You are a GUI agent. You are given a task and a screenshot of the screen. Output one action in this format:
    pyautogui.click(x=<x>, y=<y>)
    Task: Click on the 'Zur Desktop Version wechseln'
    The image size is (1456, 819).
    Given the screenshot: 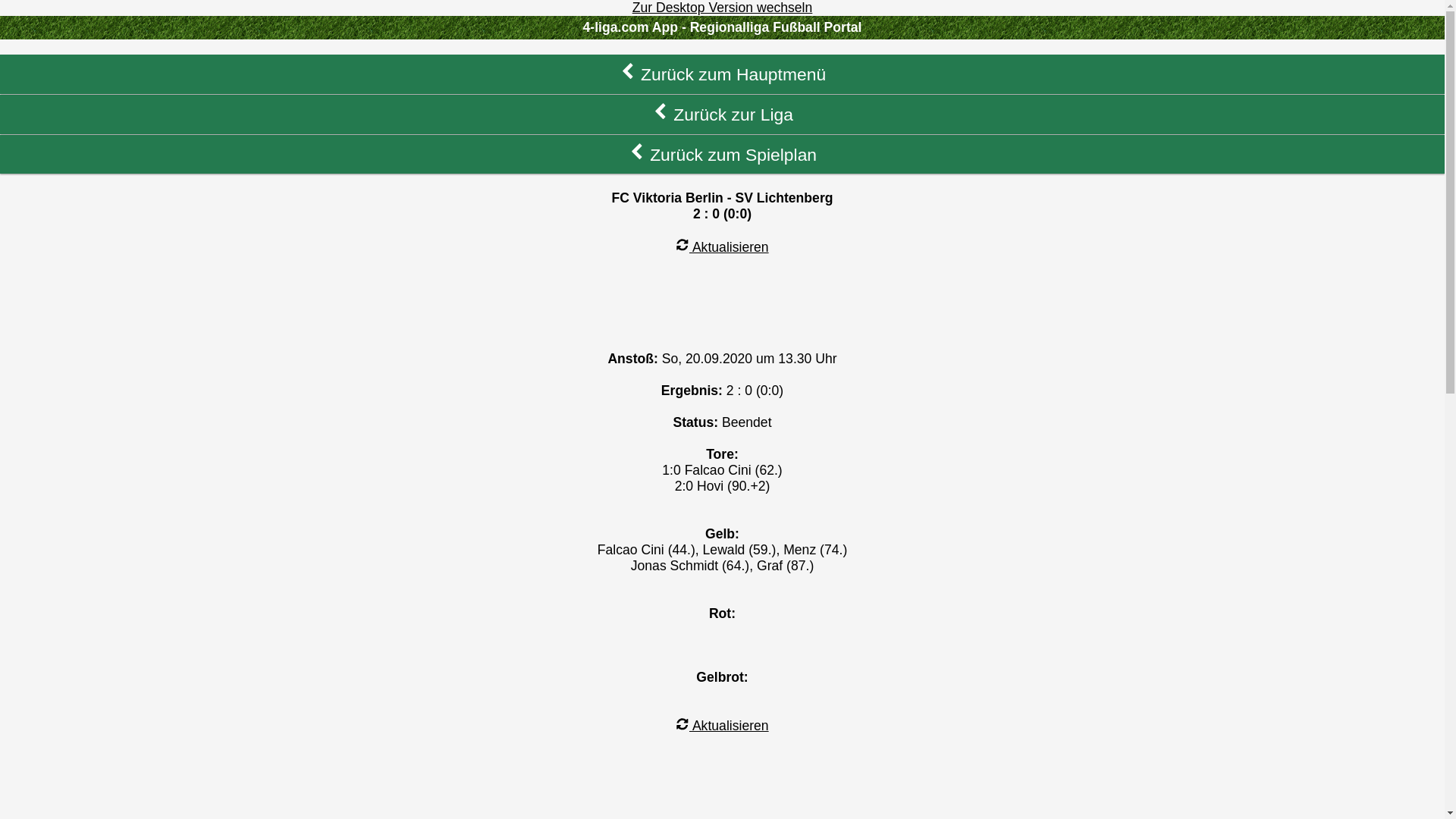 What is the action you would take?
    pyautogui.click(x=722, y=8)
    